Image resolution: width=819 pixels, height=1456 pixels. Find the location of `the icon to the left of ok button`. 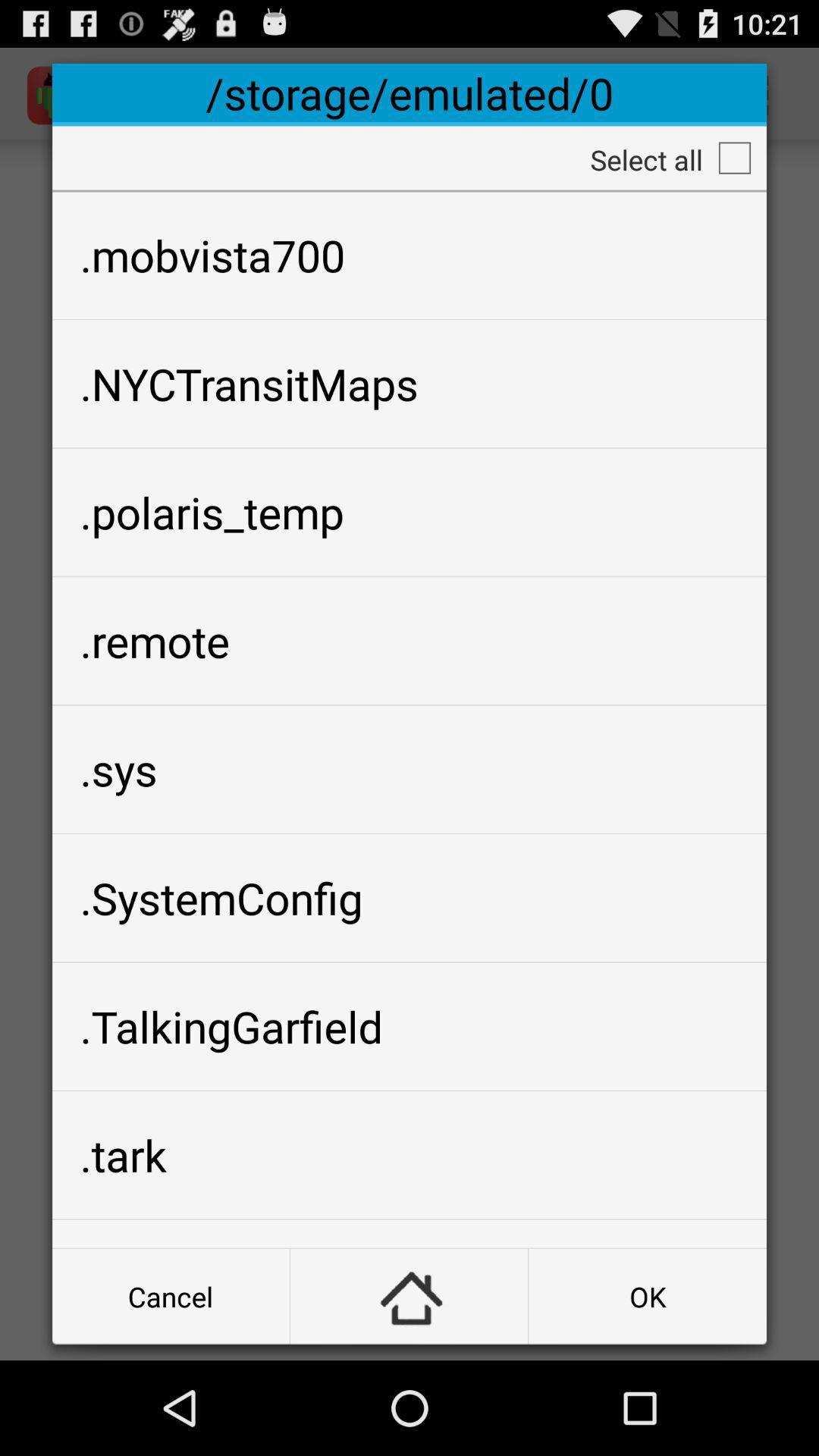

the icon to the left of ok button is located at coordinates (408, 1295).